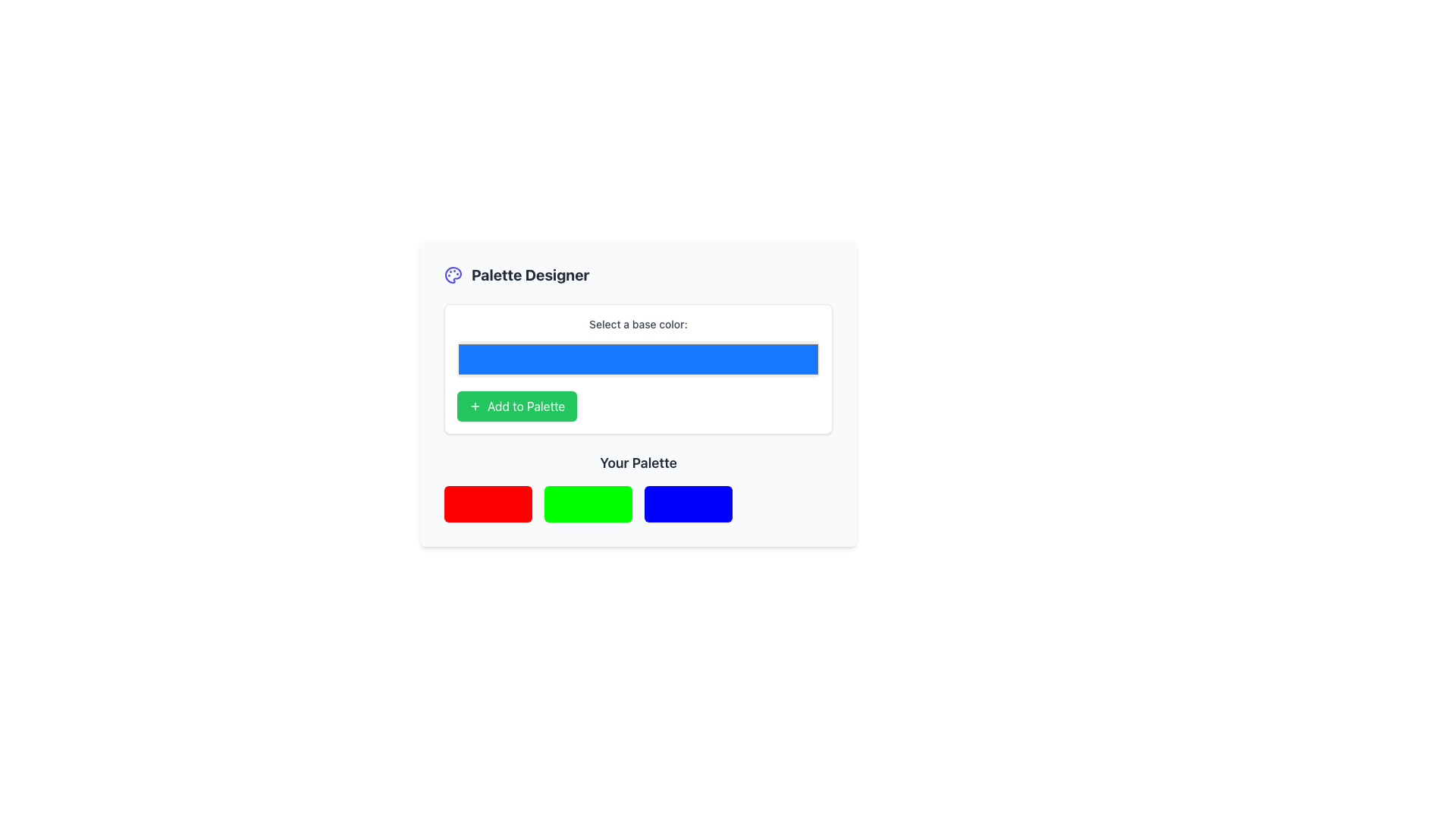 The width and height of the screenshot is (1456, 819). What do you see at coordinates (588, 504) in the screenshot?
I see `the bright green color display box in the 'Your Palette' section` at bounding box center [588, 504].